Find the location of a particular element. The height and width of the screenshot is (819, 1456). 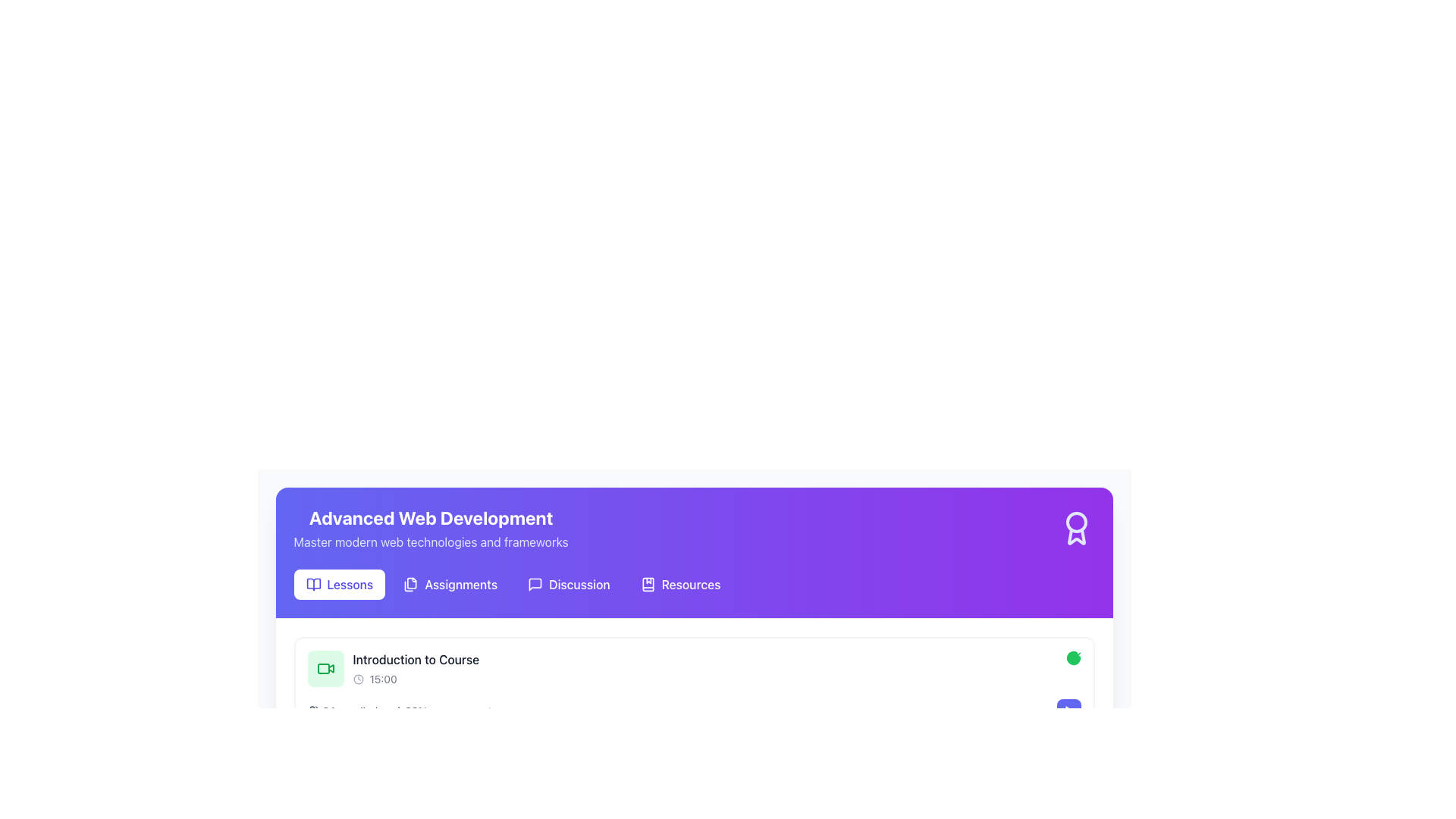

the 'Discussion' text label in the navigation menu, which is styled with white font on a purple background and positioned between 'Assignments' and 'Resources' is located at coordinates (579, 584).